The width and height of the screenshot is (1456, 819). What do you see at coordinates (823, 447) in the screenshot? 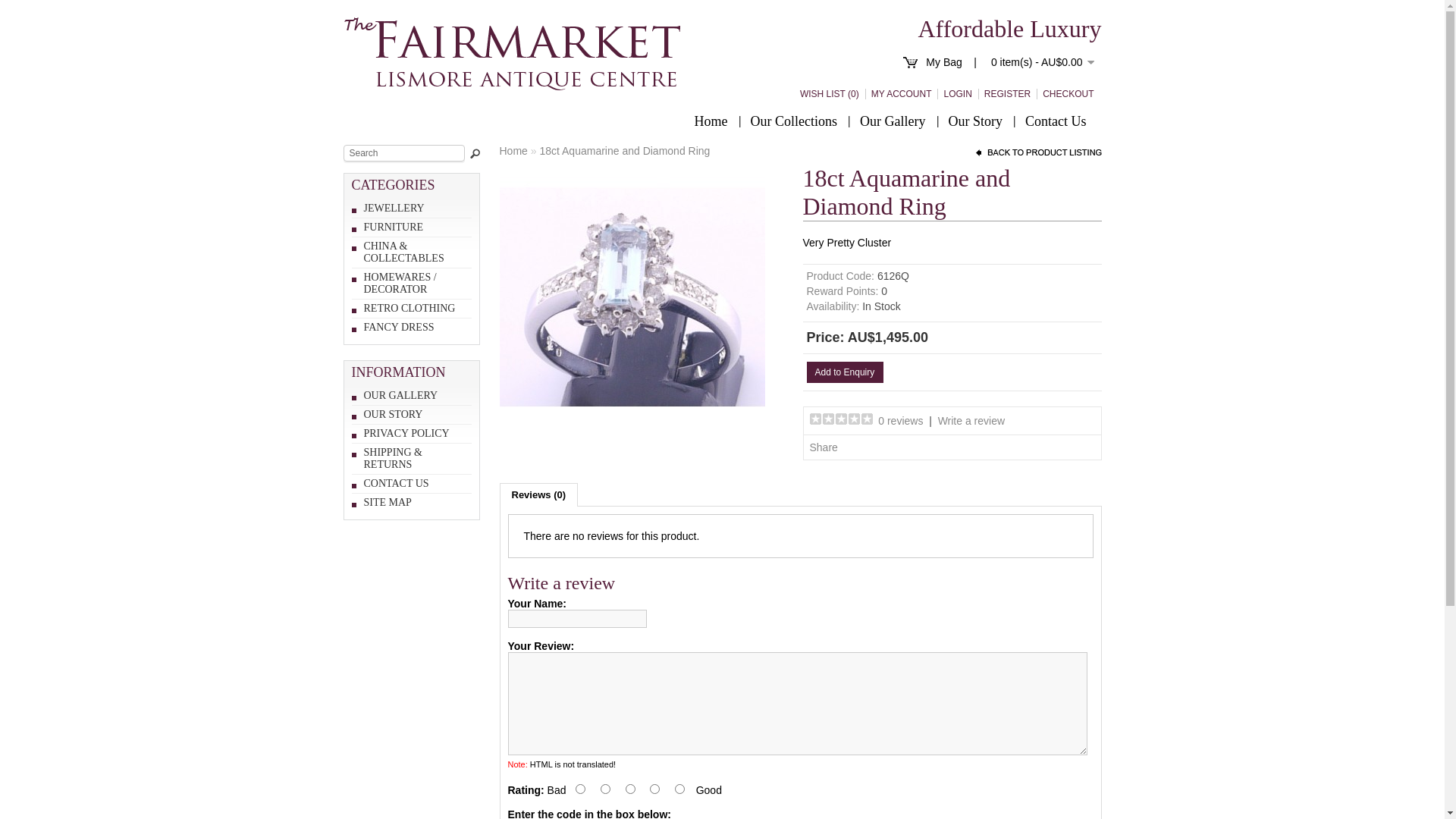
I see `'Share'` at bounding box center [823, 447].